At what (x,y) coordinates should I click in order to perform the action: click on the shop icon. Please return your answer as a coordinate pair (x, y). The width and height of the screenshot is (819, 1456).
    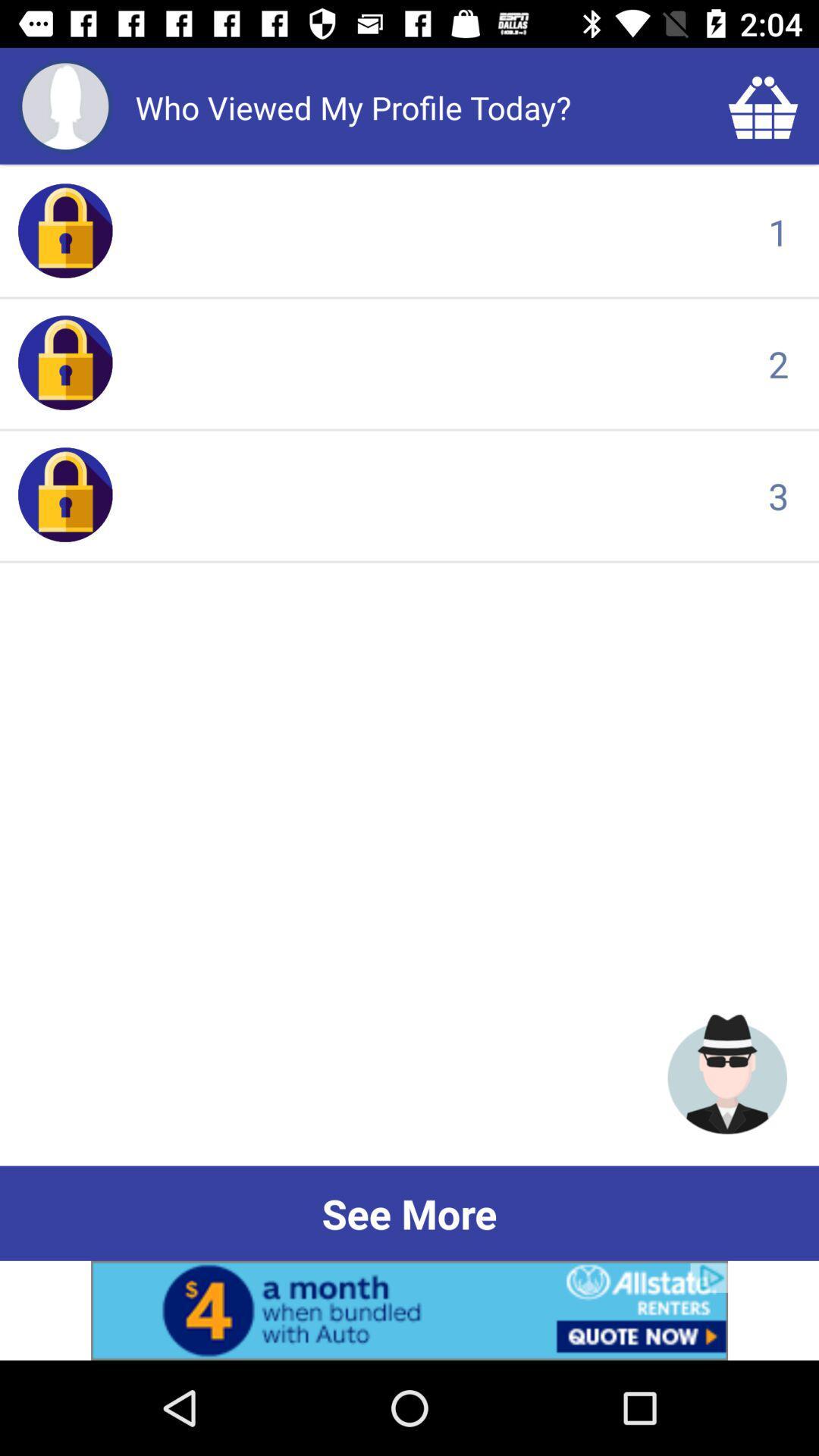
    Looking at the image, I should click on (763, 106).